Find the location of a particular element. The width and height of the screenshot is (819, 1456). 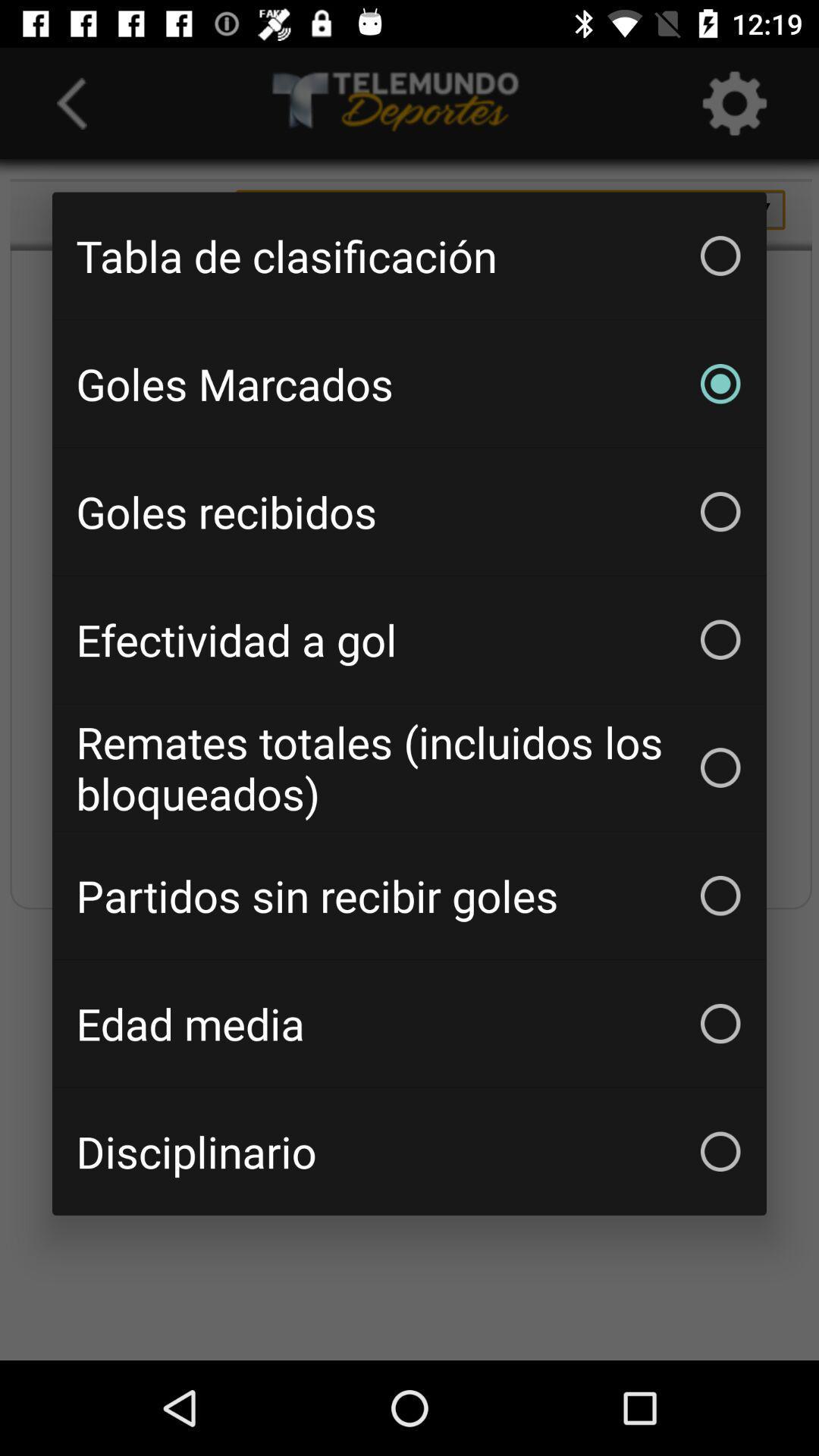

the disciplinario item is located at coordinates (409, 1151).